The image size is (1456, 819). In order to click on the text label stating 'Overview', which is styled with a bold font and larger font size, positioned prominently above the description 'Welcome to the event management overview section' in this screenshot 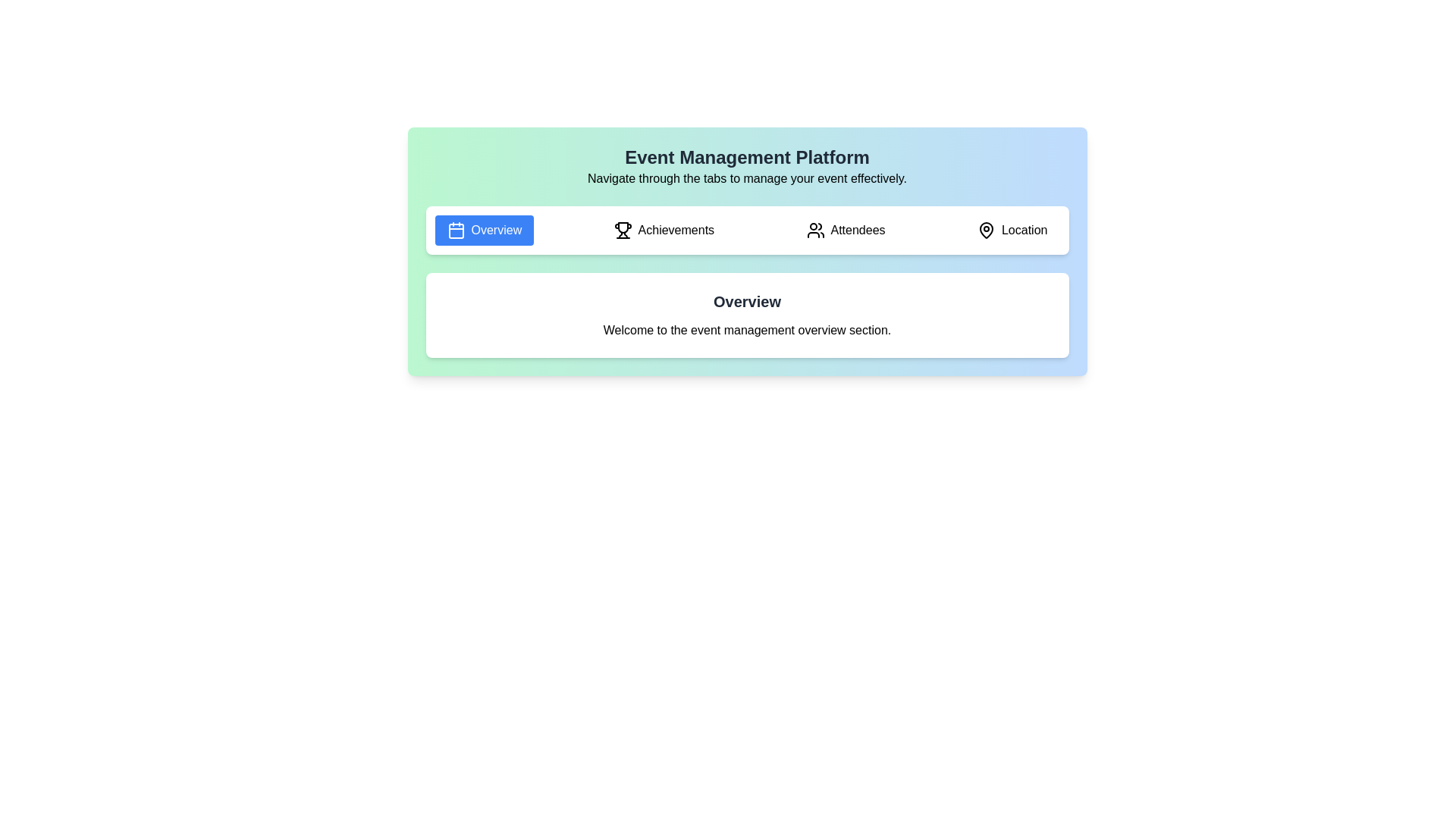, I will do `click(747, 301)`.